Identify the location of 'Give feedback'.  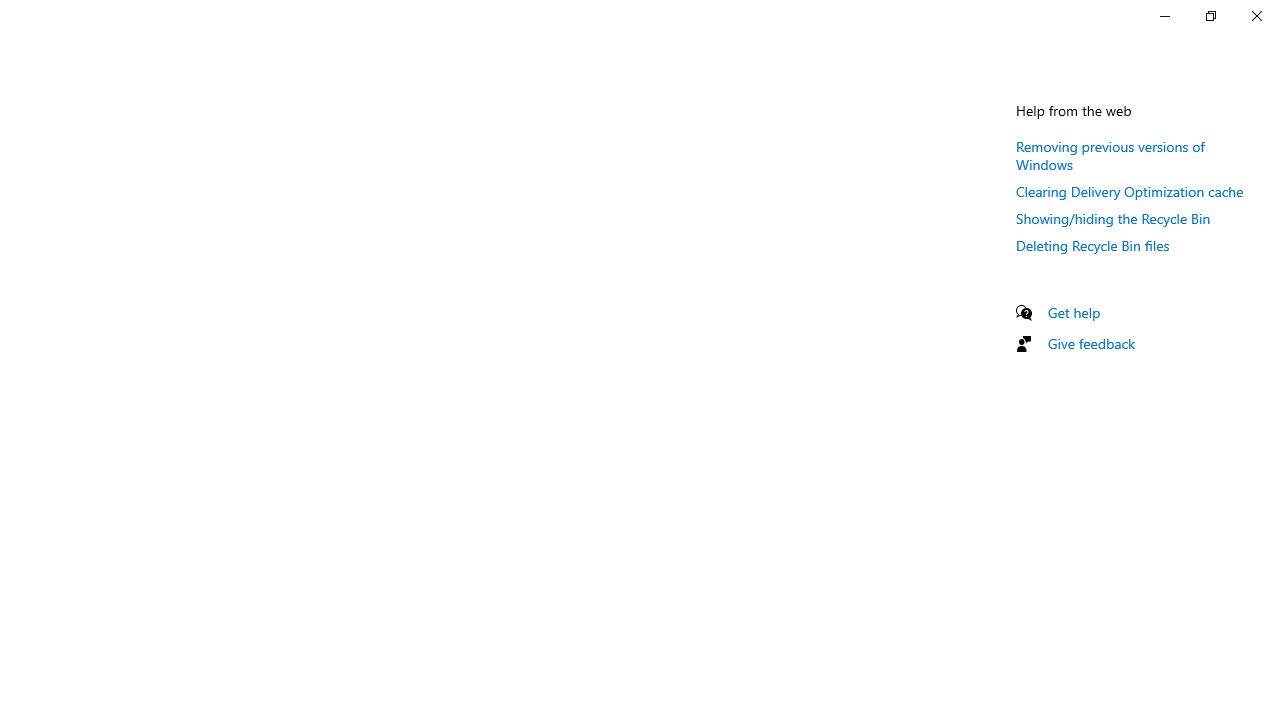
(1090, 342).